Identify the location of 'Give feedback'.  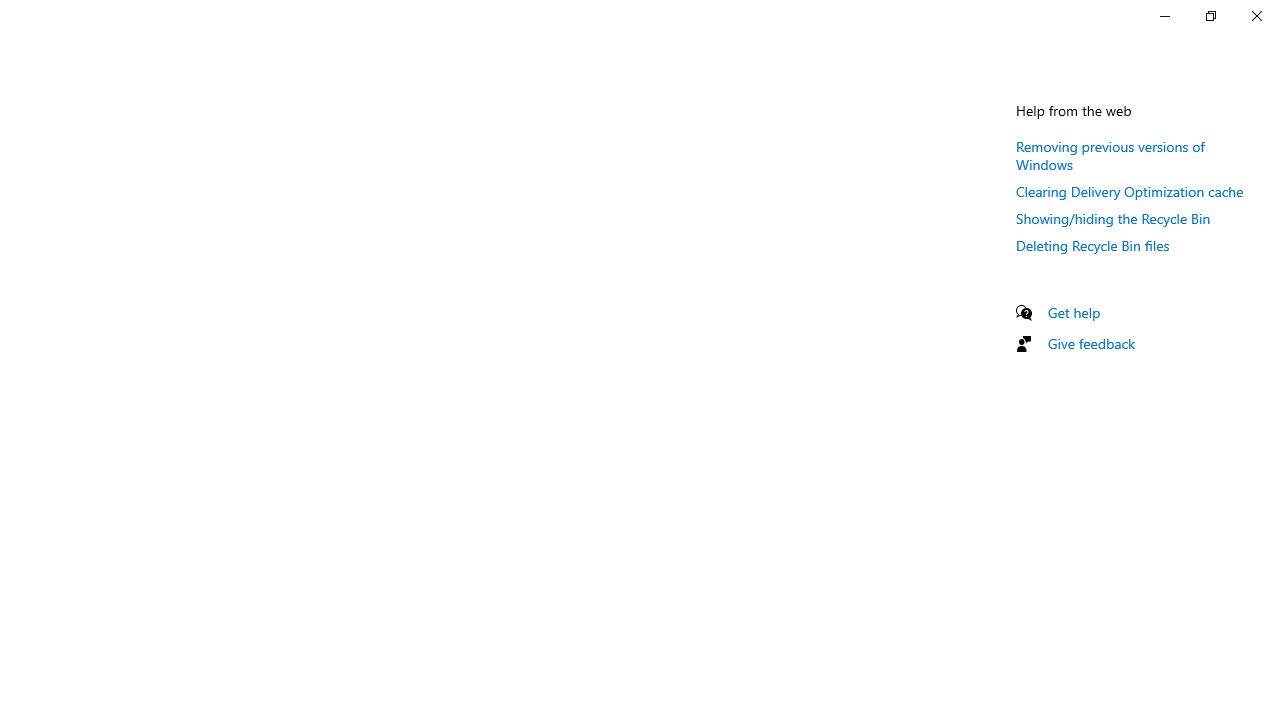
(1090, 342).